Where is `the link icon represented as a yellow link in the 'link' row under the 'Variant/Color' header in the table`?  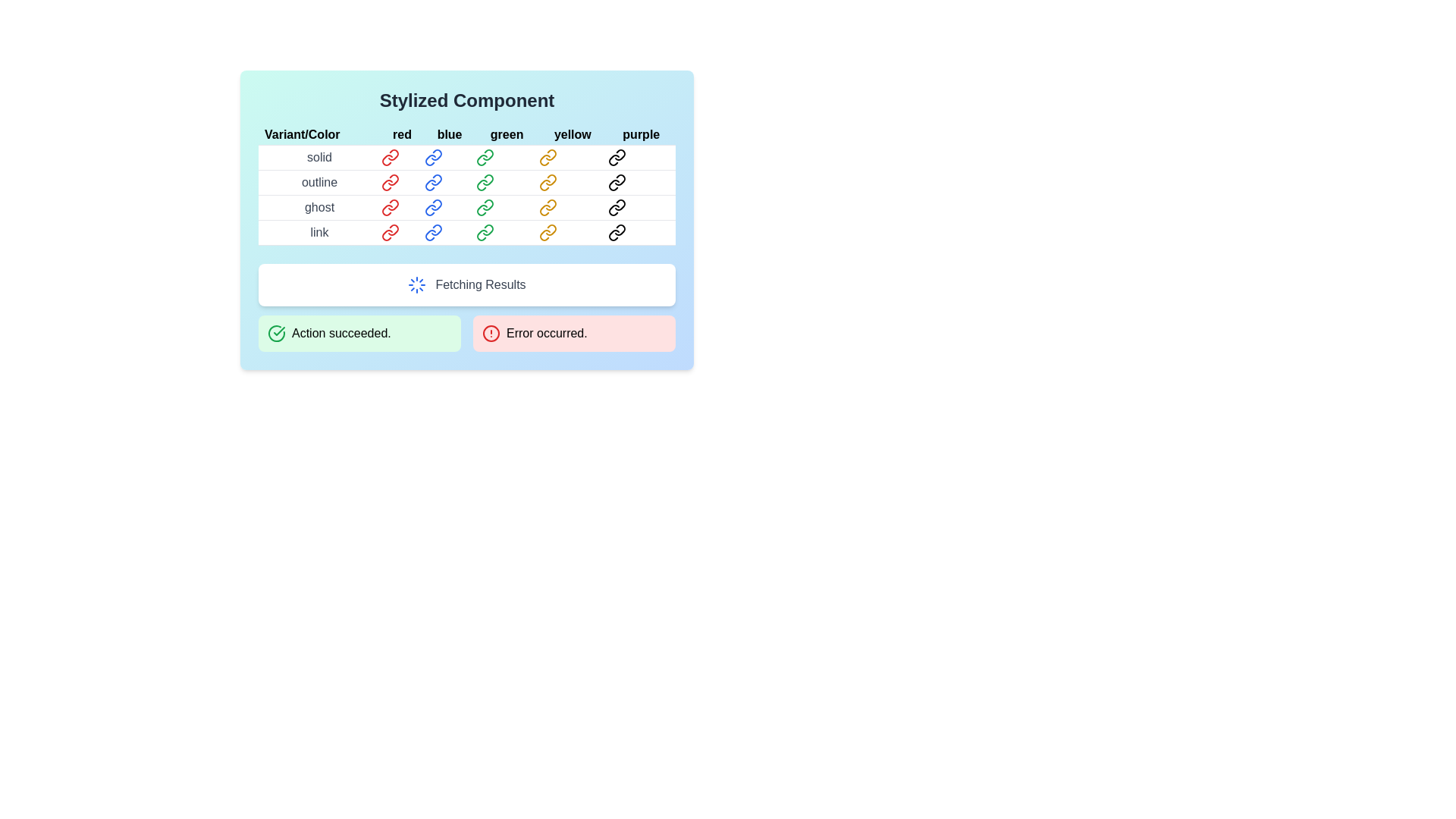
the link icon represented as a yellow link in the 'link' row under the 'Variant/Color' header in the table is located at coordinates (551, 230).